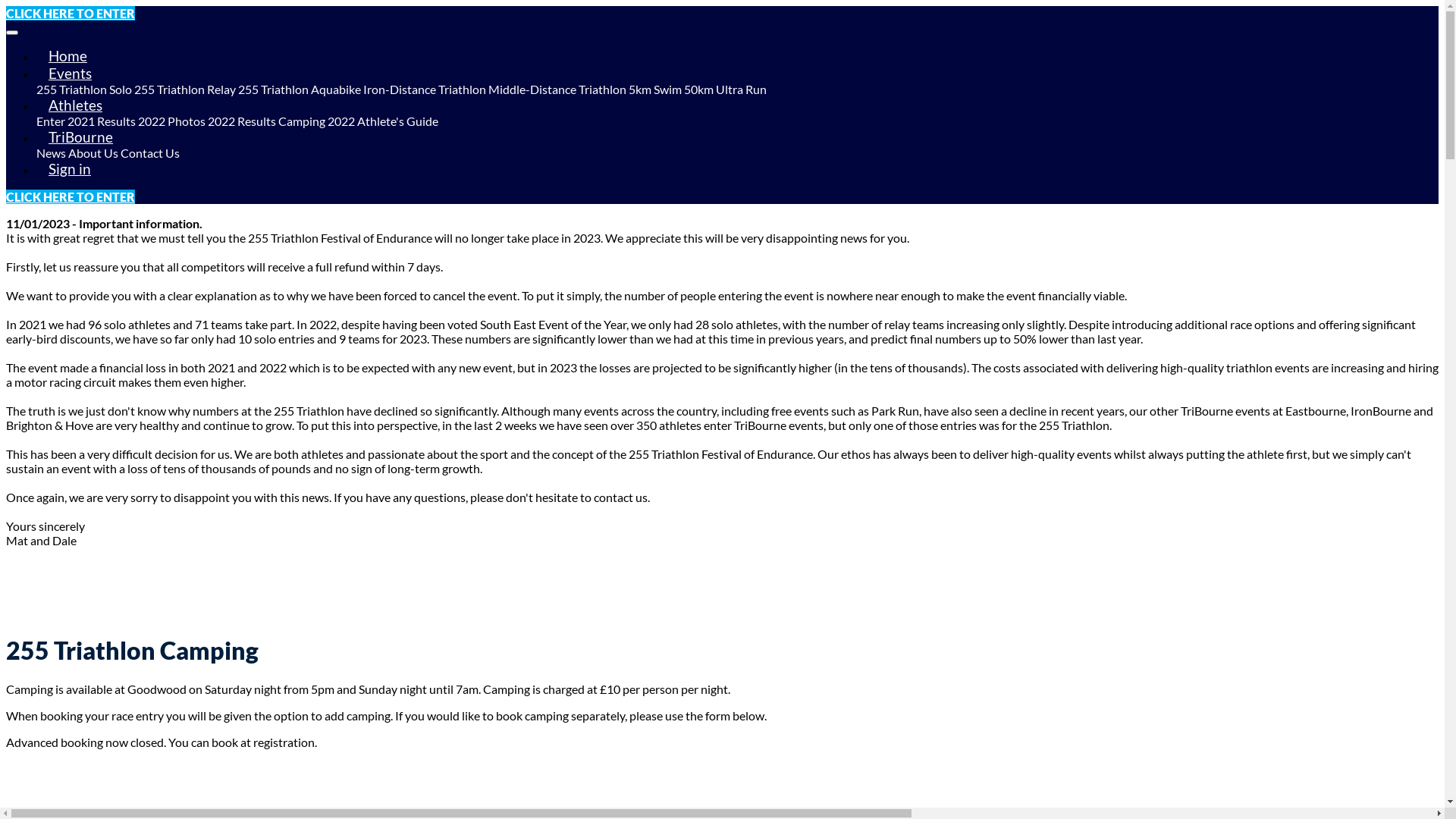 The width and height of the screenshot is (1456, 819). I want to click on '2022 Photos', so click(171, 120).